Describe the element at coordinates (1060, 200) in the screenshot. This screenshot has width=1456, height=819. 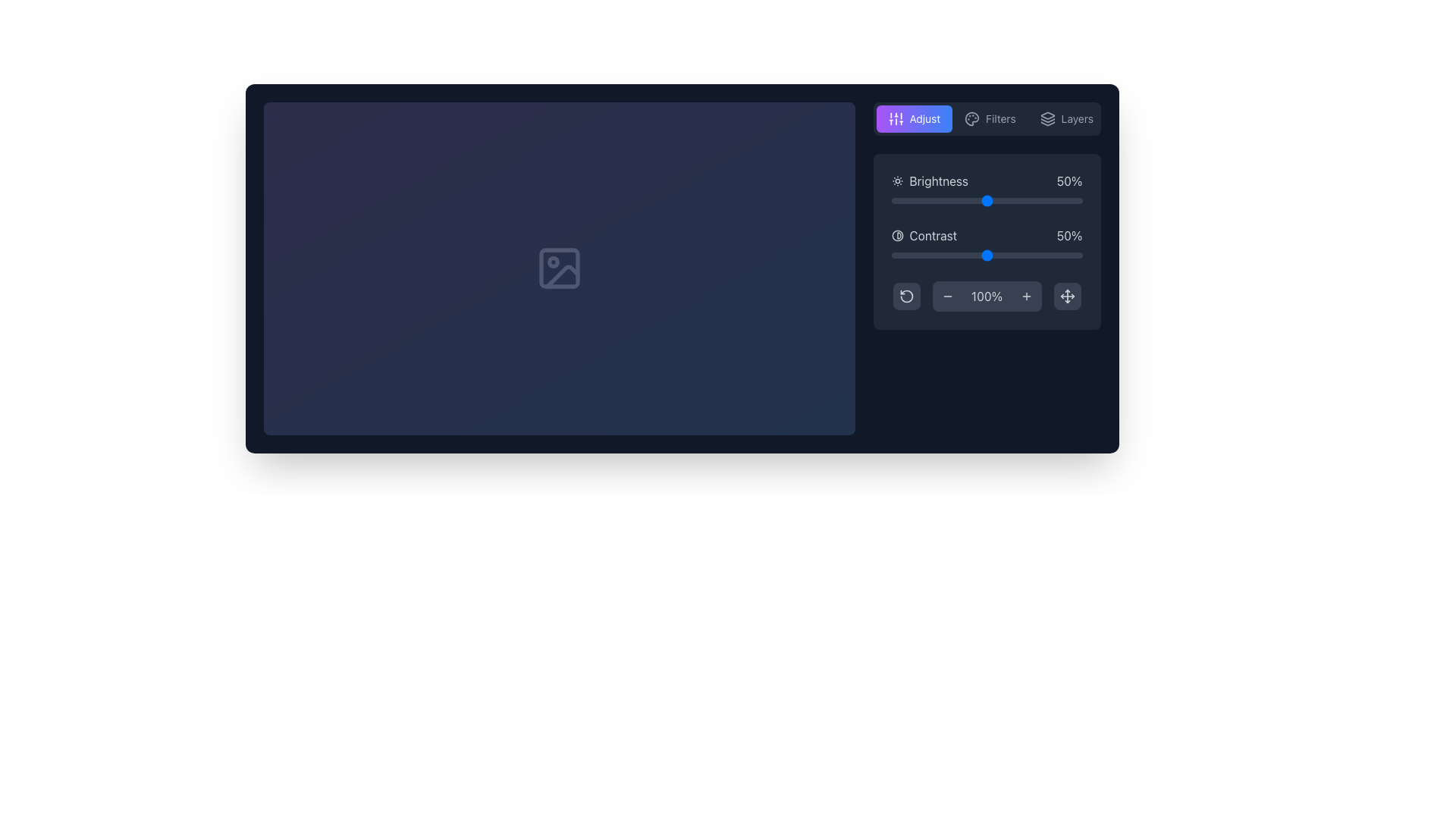
I see `the slider value` at that location.